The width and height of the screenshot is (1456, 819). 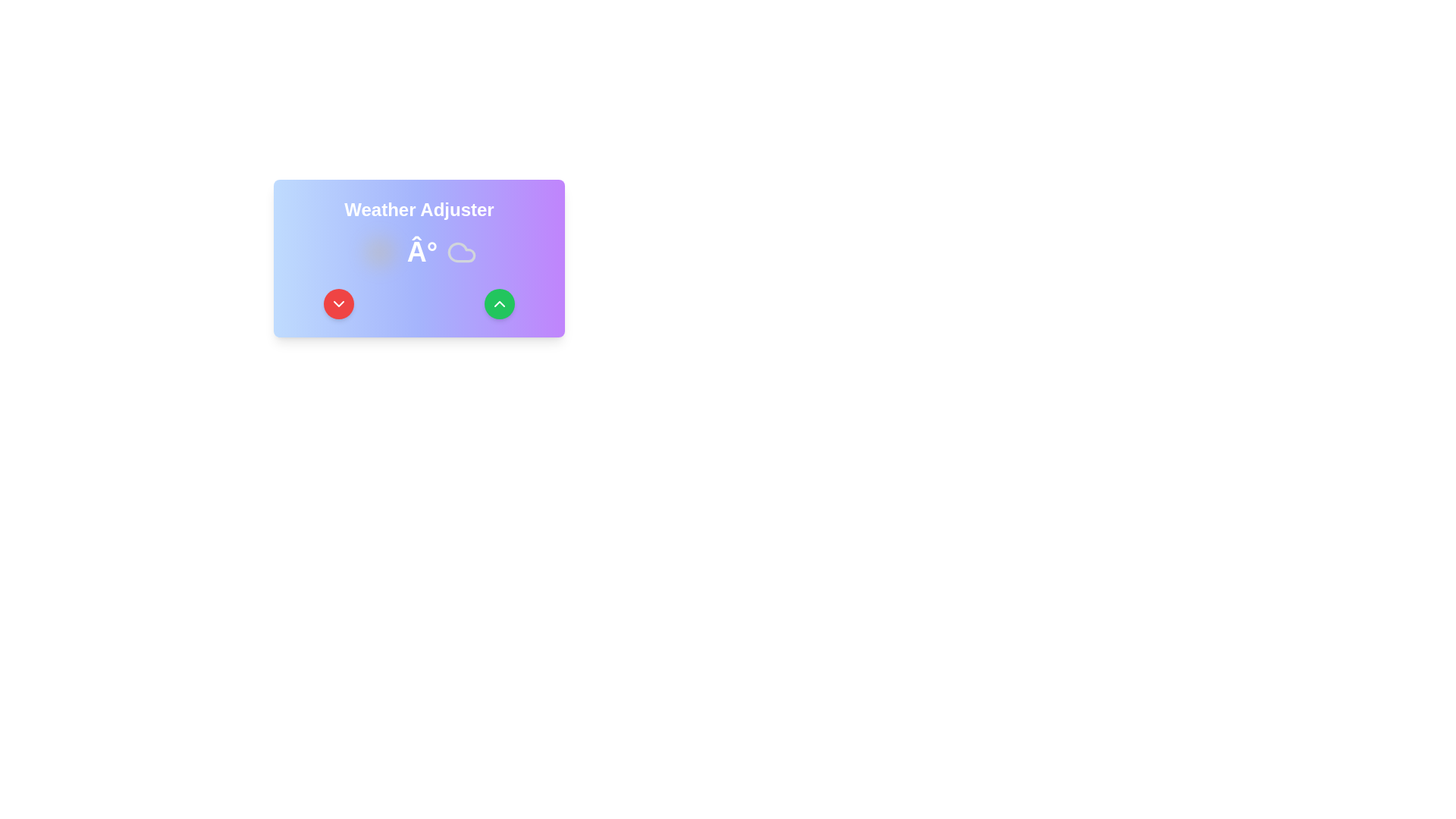 I want to click on the rightmost button with an upward chevron icon located under the 'Weather Adjuster' panel, so click(x=499, y=304).